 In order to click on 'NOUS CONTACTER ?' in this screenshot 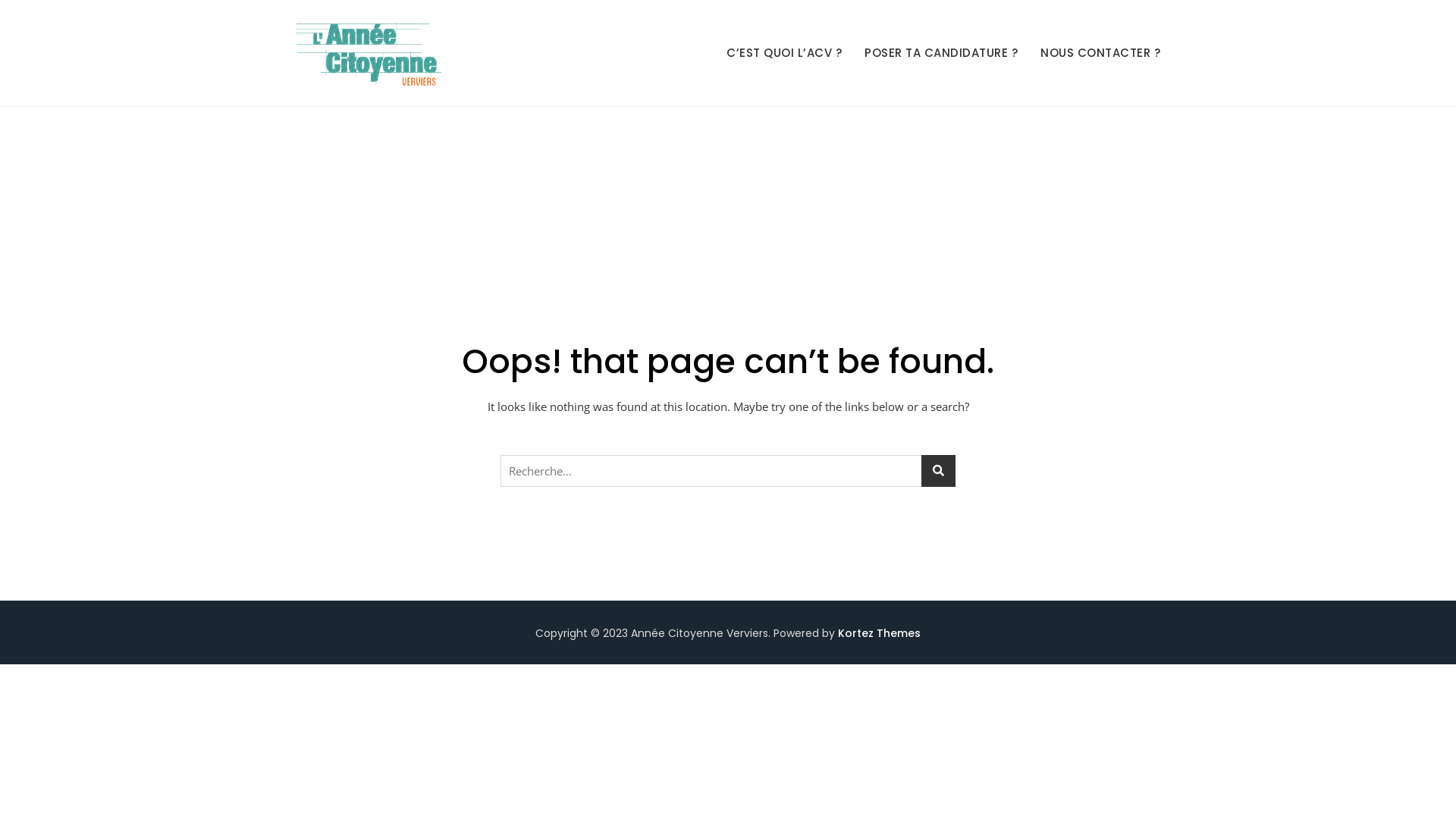, I will do `click(1100, 52)`.